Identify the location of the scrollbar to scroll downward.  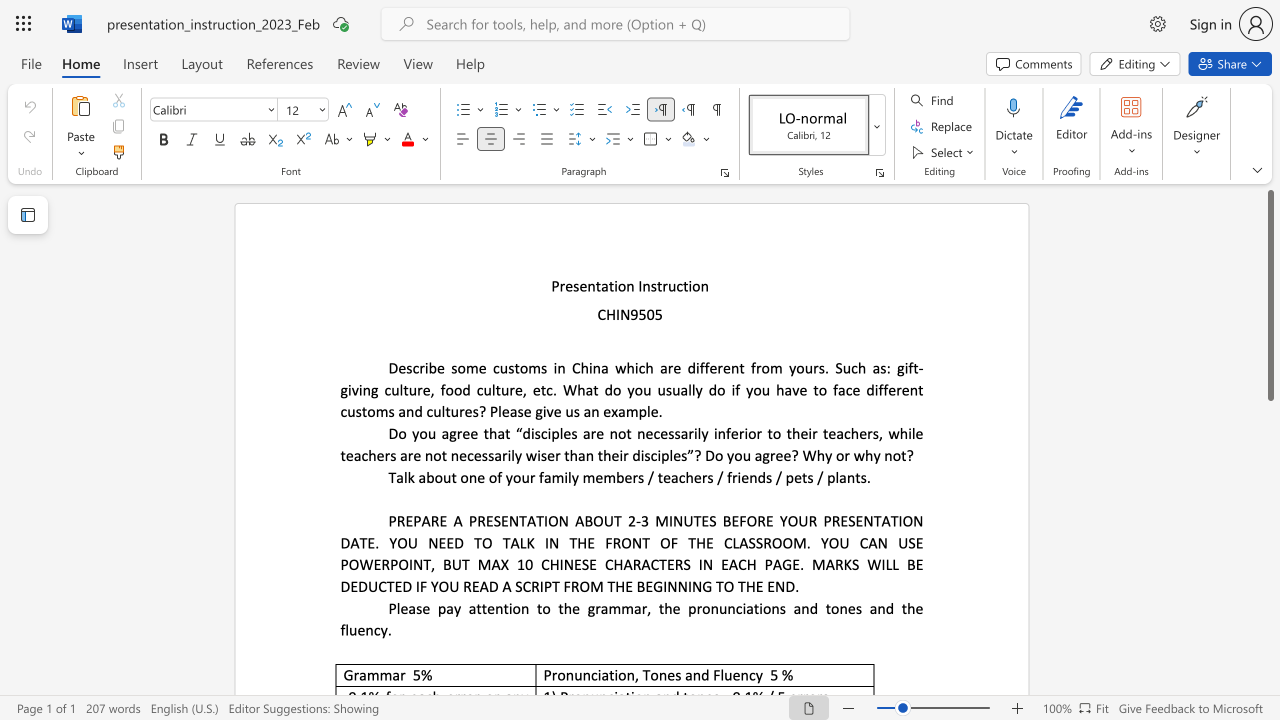
(1269, 460).